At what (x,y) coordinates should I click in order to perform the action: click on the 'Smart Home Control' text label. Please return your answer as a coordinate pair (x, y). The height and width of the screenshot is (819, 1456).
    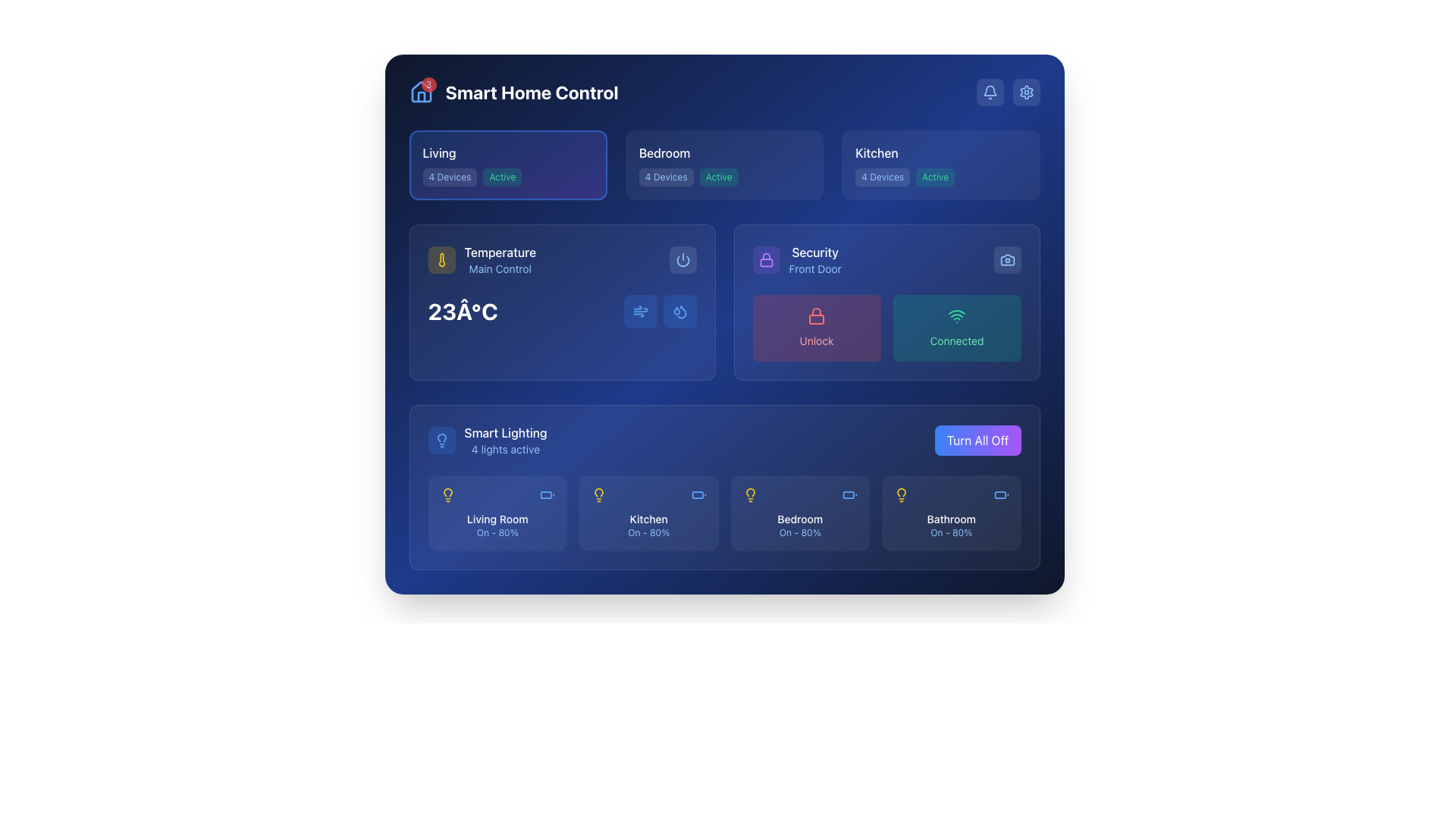
    Looking at the image, I should click on (532, 93).